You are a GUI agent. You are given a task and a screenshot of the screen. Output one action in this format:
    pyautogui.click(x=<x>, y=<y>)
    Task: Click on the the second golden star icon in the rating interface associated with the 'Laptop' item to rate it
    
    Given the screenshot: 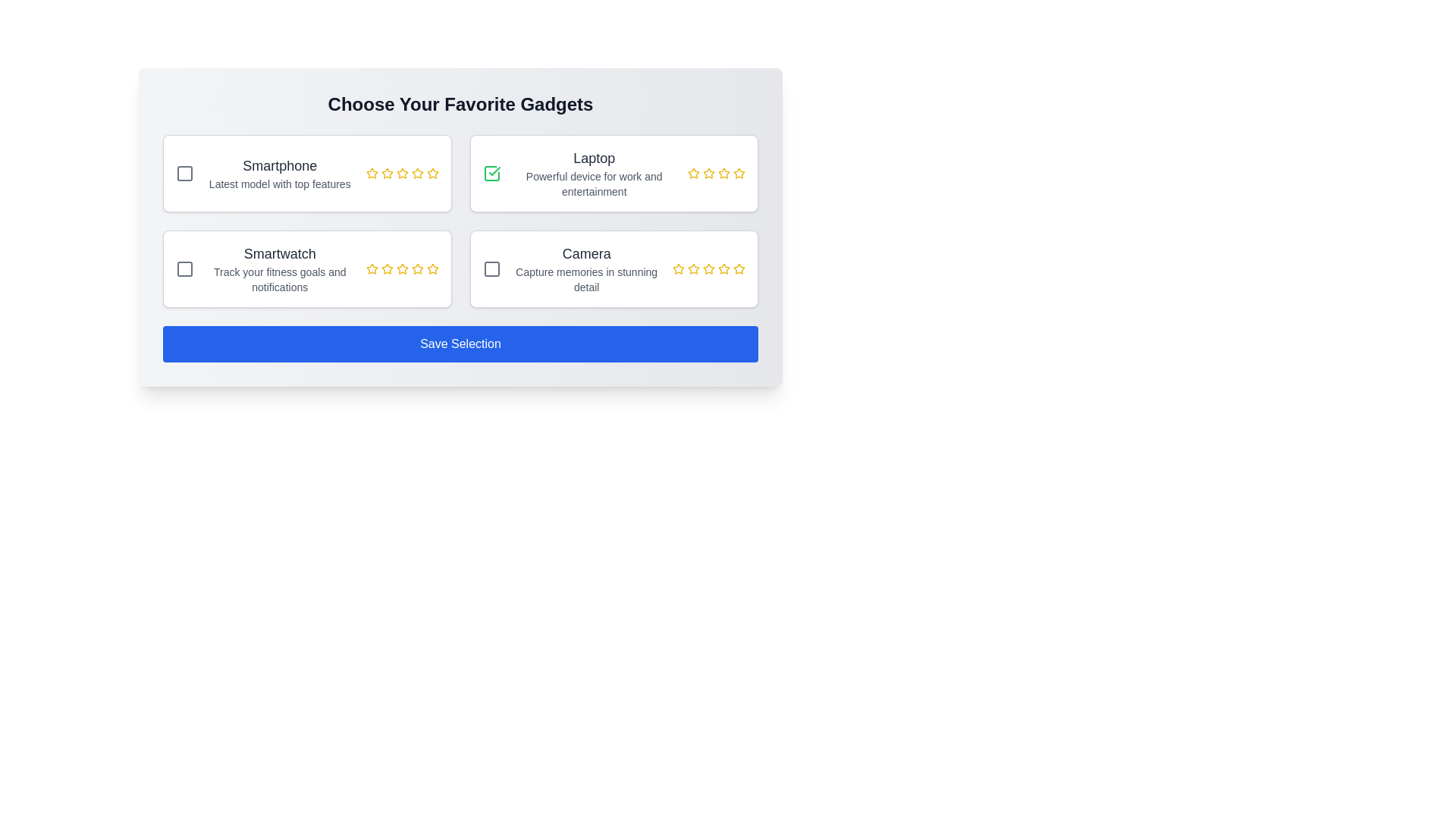 What is the action you would take?
    pyautogui.click(x=708, y=171)
    